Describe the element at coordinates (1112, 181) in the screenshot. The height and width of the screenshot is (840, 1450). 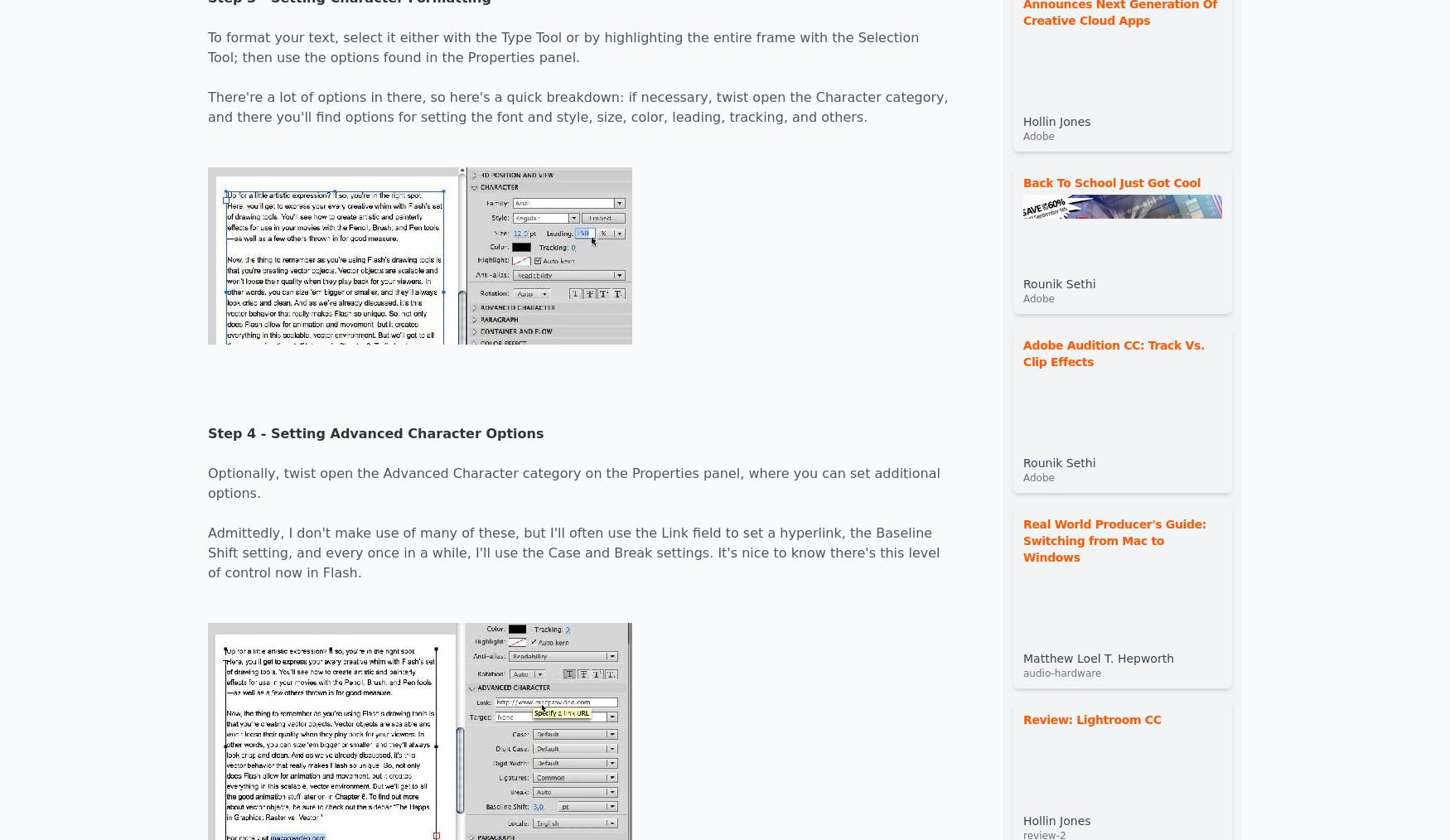
I see `'Back To School Just Got Cool'` at that location.